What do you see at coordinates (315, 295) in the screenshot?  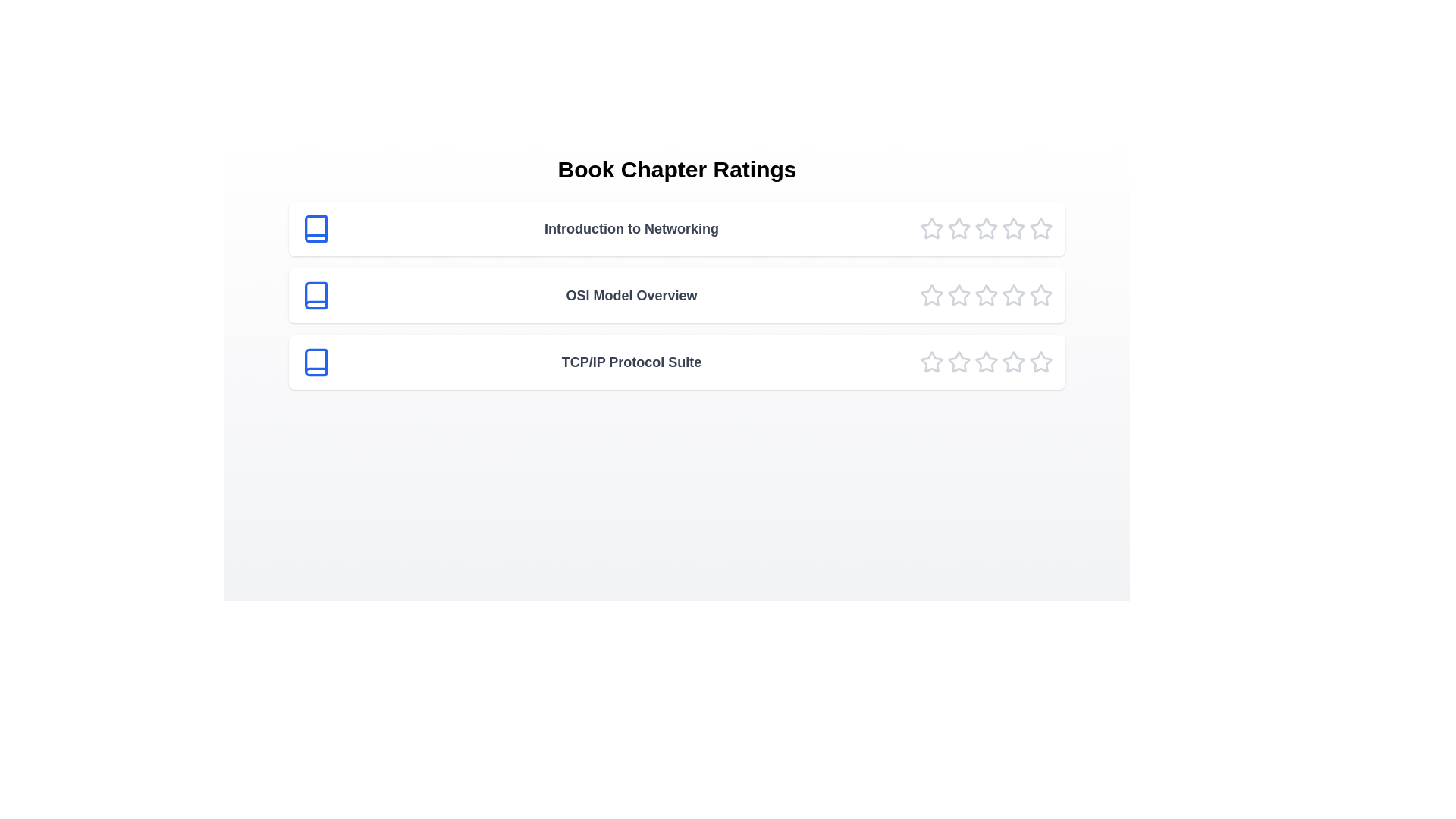 I see `the chapter icon for OSI Model Overview to inspect it` at bounding box center [315, 295].